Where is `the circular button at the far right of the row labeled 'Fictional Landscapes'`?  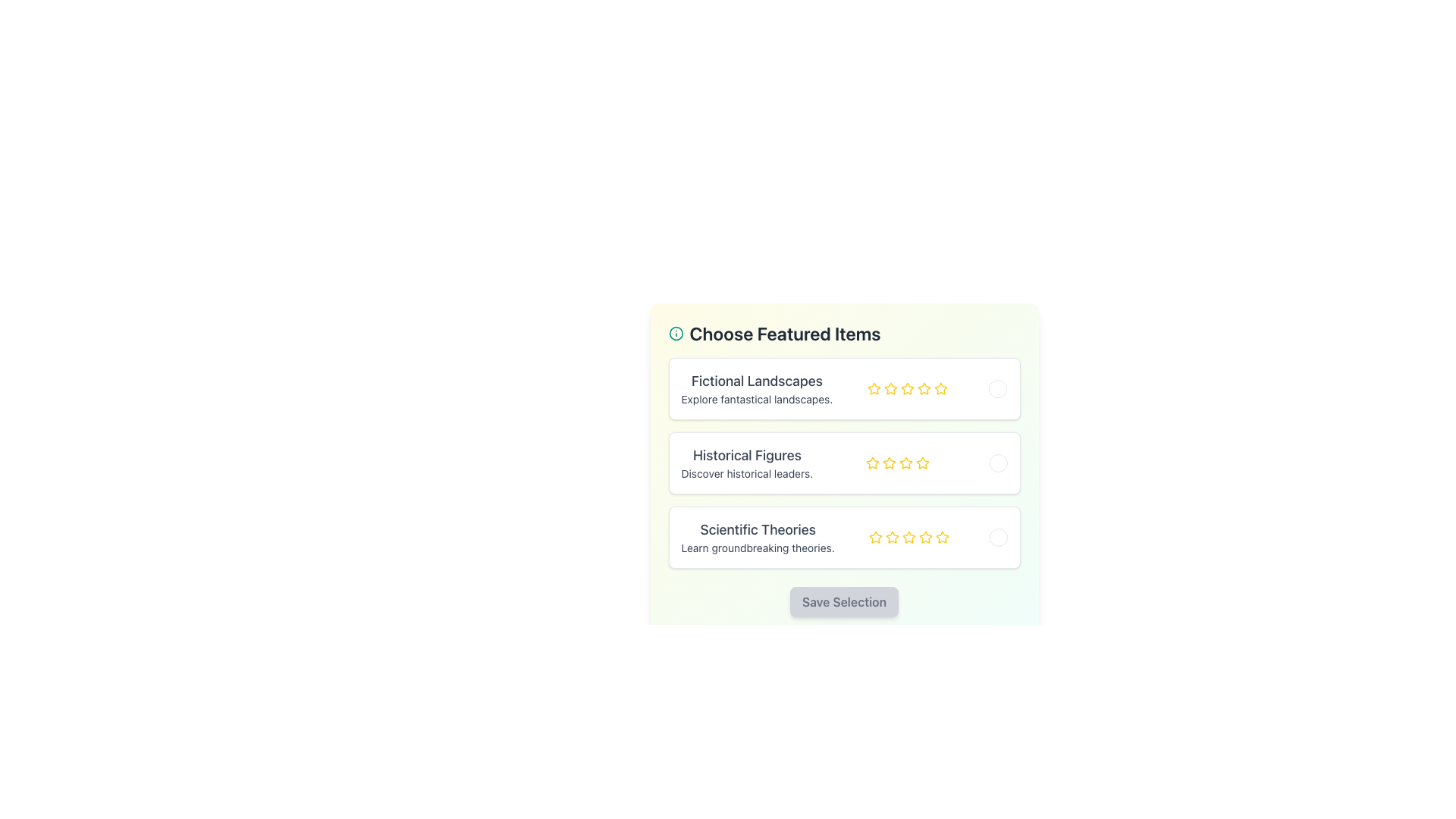
the circular button at the far right of the row labeled 'Fictional Landscapes' is located at coordinates (998, 388).